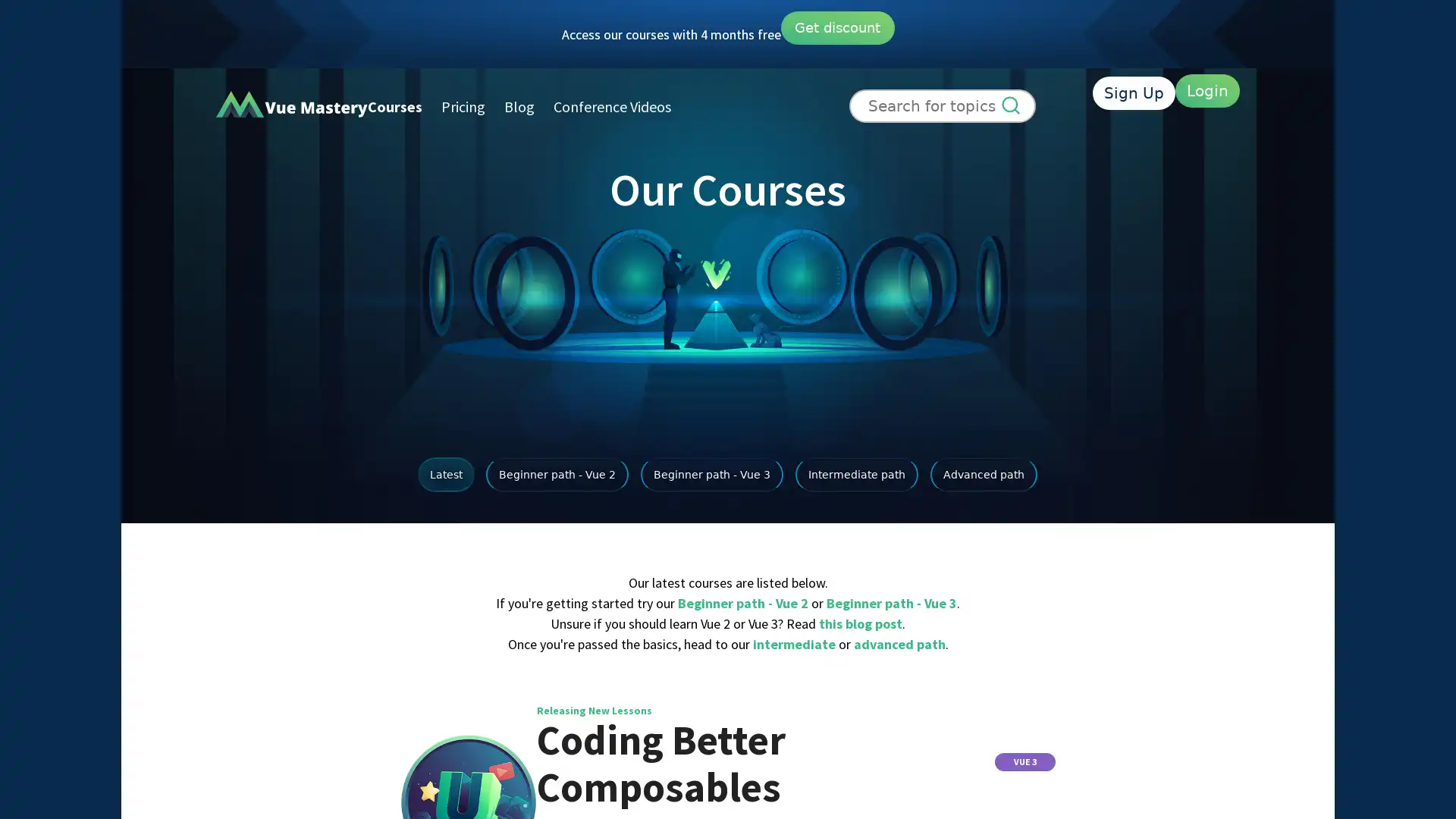  I want to click on Search, so click(1011, 106).